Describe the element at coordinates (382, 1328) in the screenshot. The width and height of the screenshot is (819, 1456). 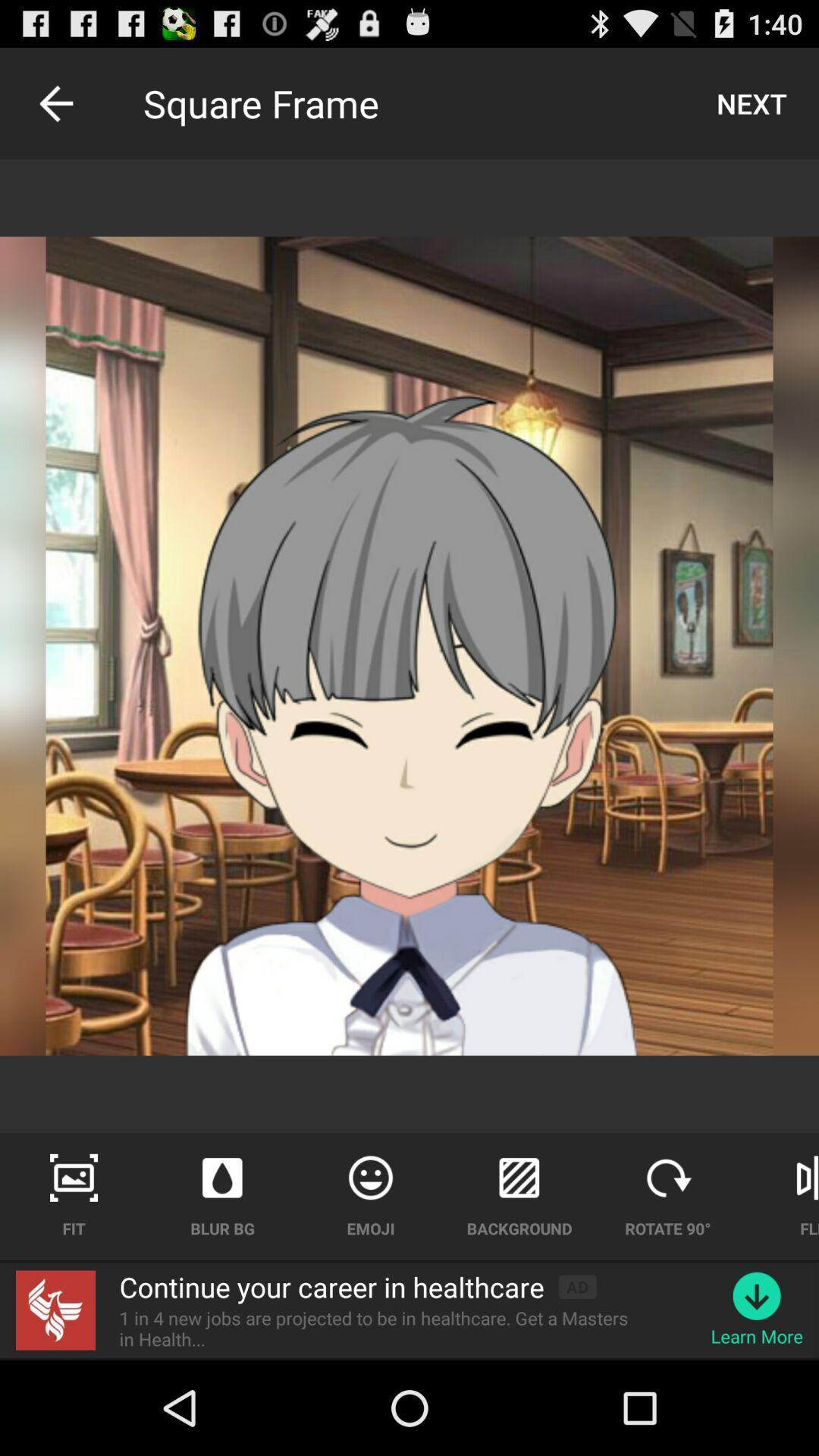
I see `the app below the continue your career` at that location.